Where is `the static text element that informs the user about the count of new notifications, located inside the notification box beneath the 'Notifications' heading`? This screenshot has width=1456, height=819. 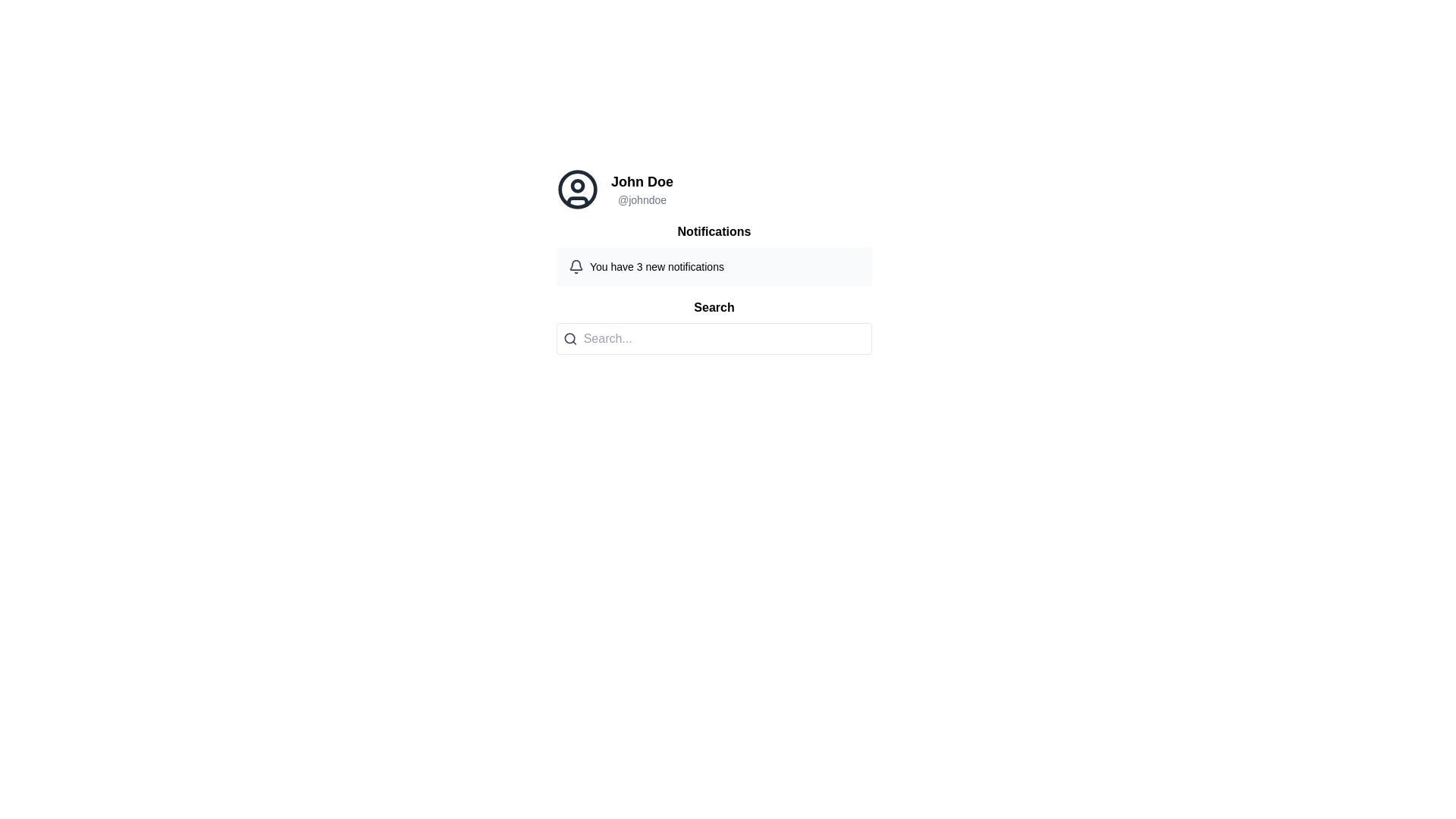
the static text element that informs the user about the count of new notifications, located inside the notification box beneath the 'Notifications' heading is located at coordinates (657, 265).